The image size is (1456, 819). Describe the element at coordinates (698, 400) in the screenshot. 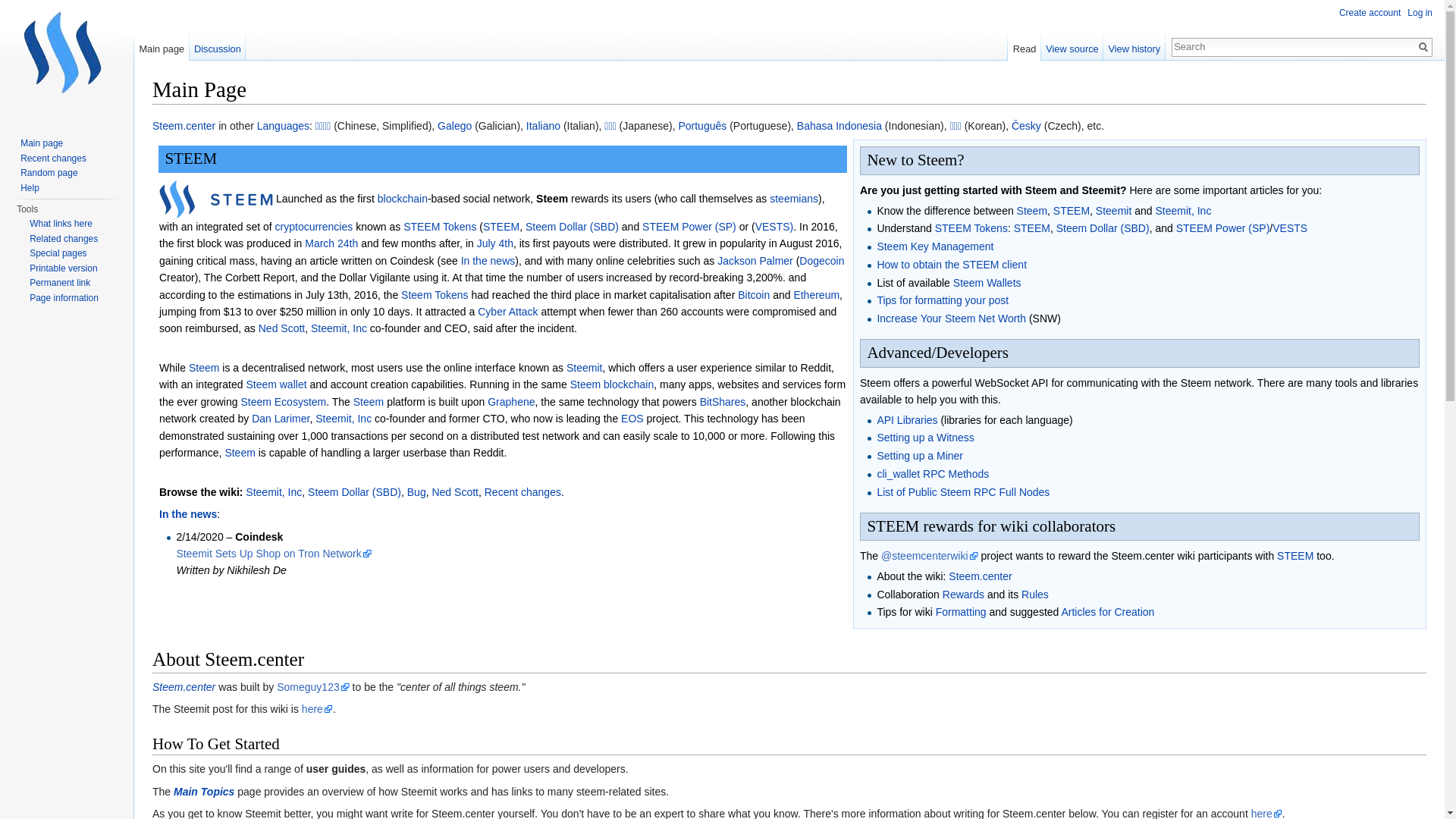

I see `'BitShares'` at that location.